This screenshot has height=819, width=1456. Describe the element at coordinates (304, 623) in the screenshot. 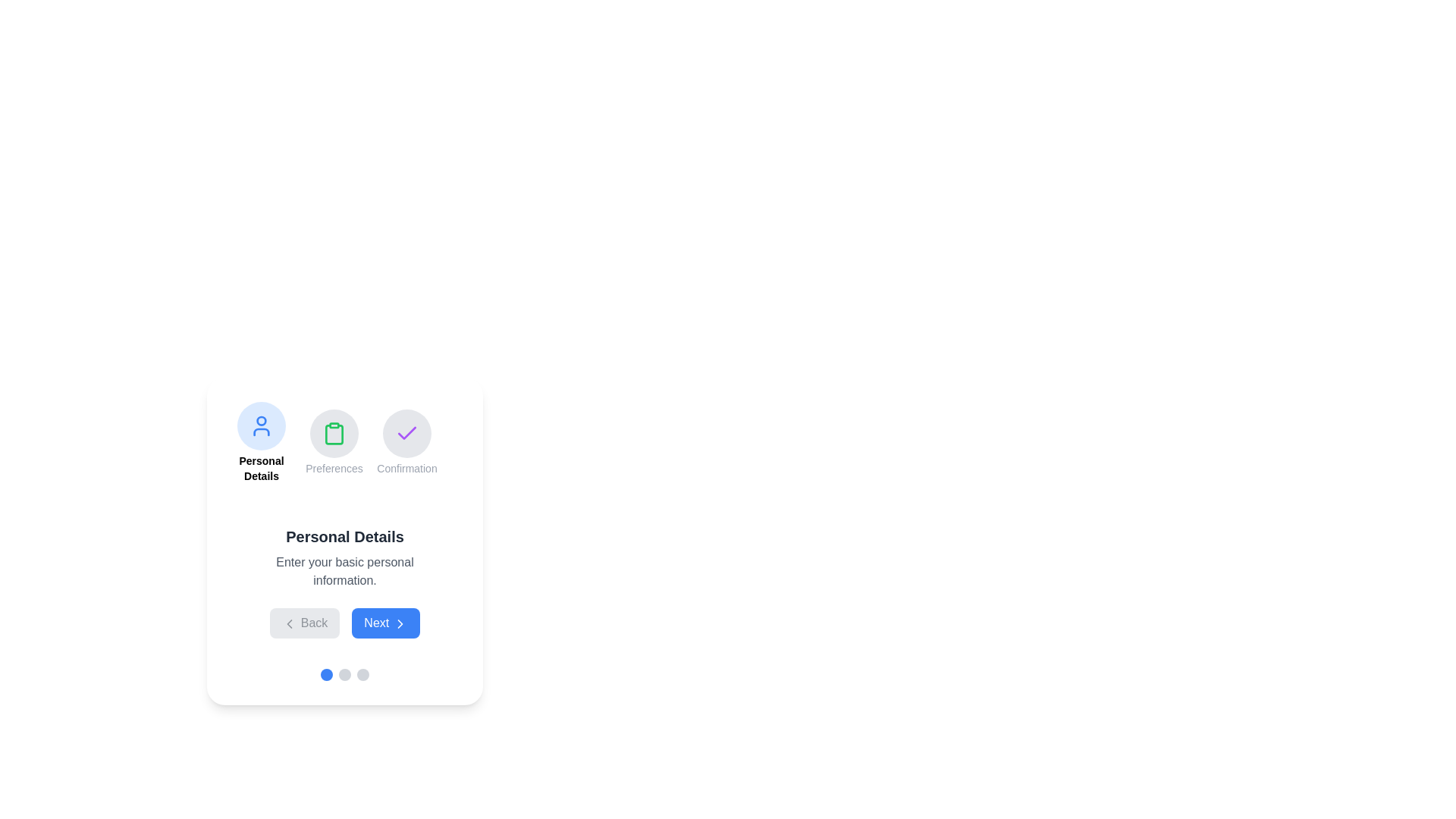

I see `the gray rounded rectangular button labeled 'Back'` at that location.